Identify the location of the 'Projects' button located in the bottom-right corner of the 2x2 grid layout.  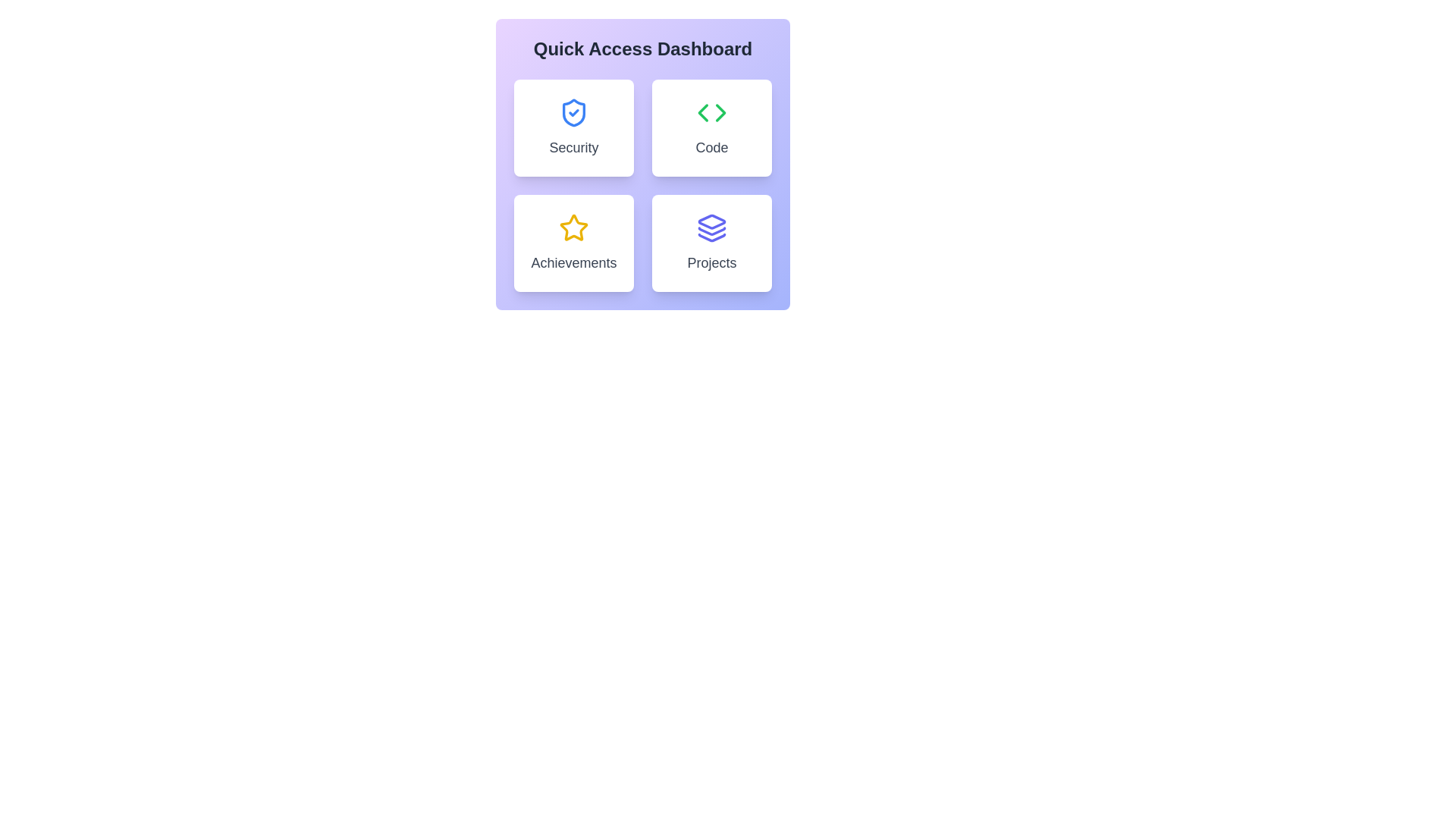
(711, 242).